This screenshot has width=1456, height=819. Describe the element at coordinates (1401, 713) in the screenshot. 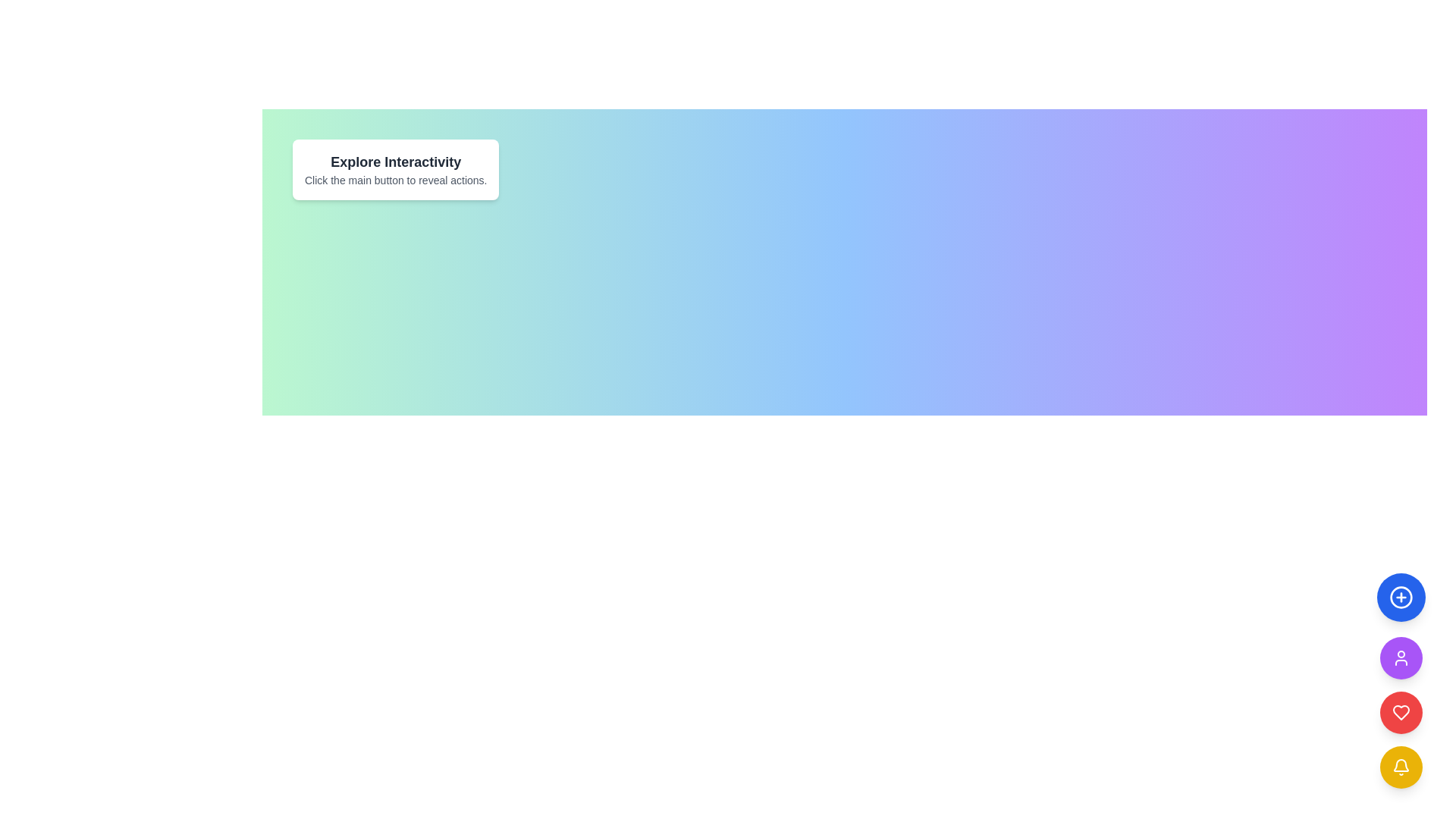

I see `the favorites button located third in a vertical stack of action buttons` at that location.